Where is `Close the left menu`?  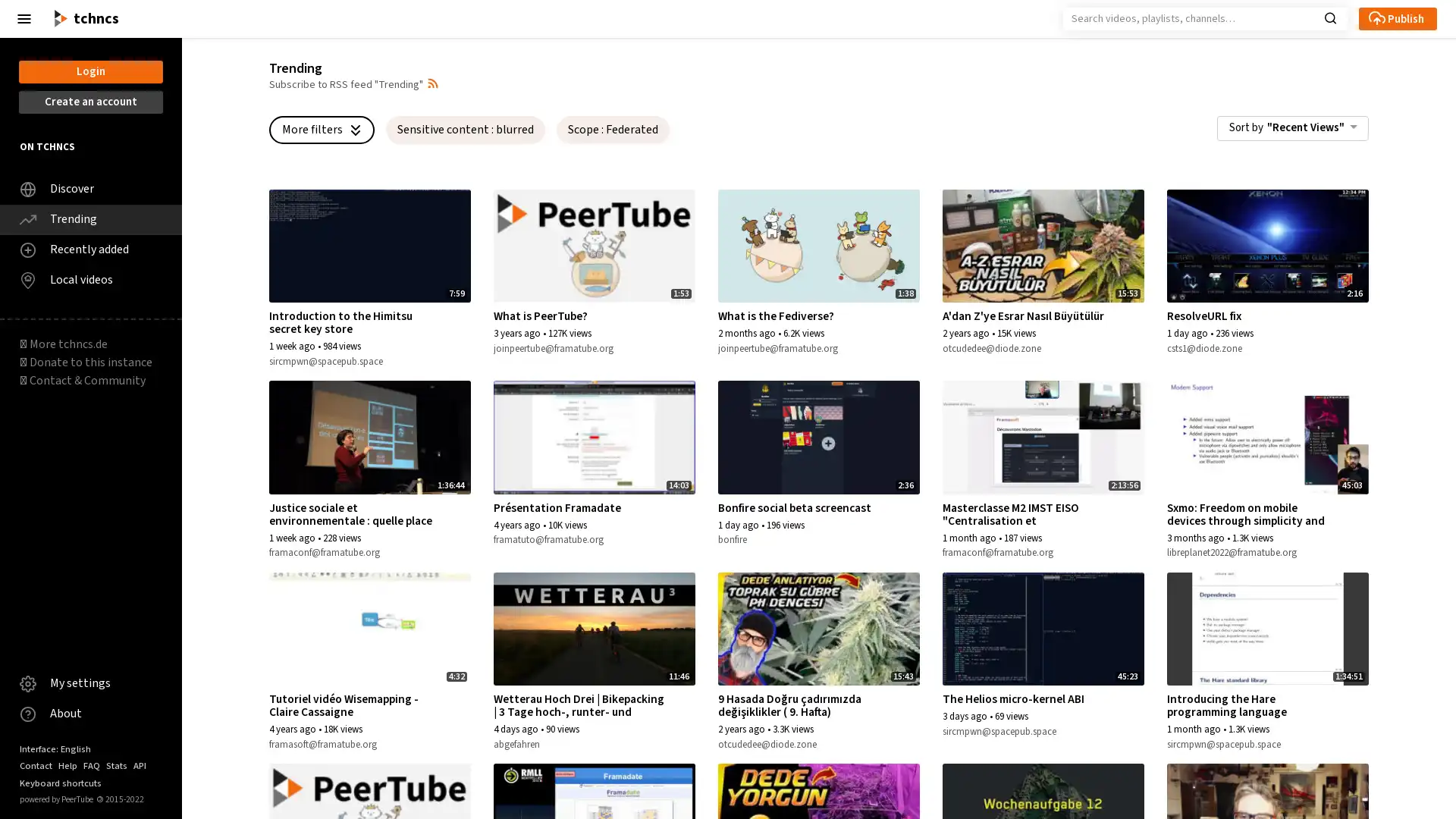 Close the left menu is located at coordinates (24, 18).